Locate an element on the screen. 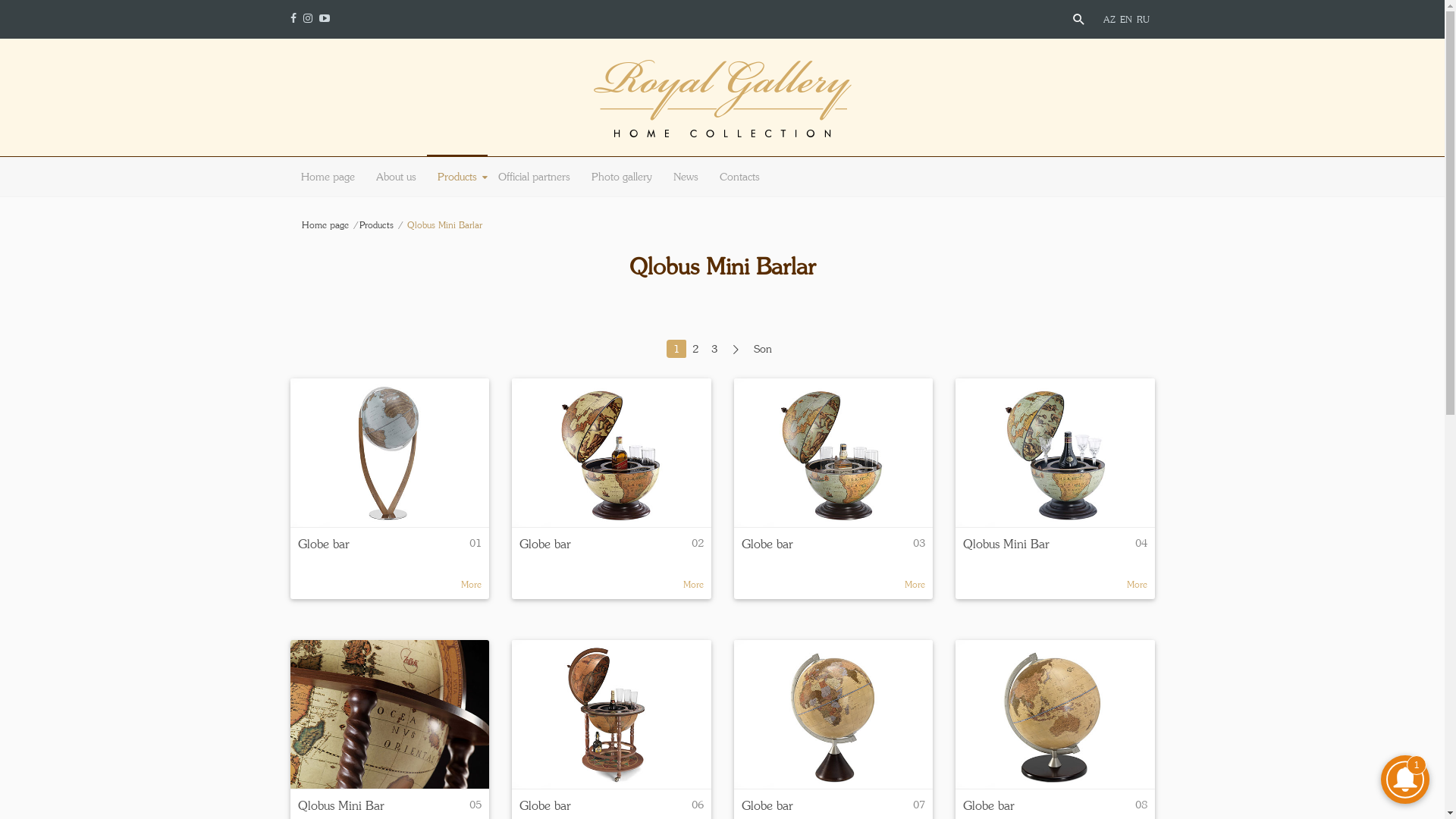 Image resolution: width=1456 pixels, height=819 pixels. 'About us' is located at coordinates (396, 175).